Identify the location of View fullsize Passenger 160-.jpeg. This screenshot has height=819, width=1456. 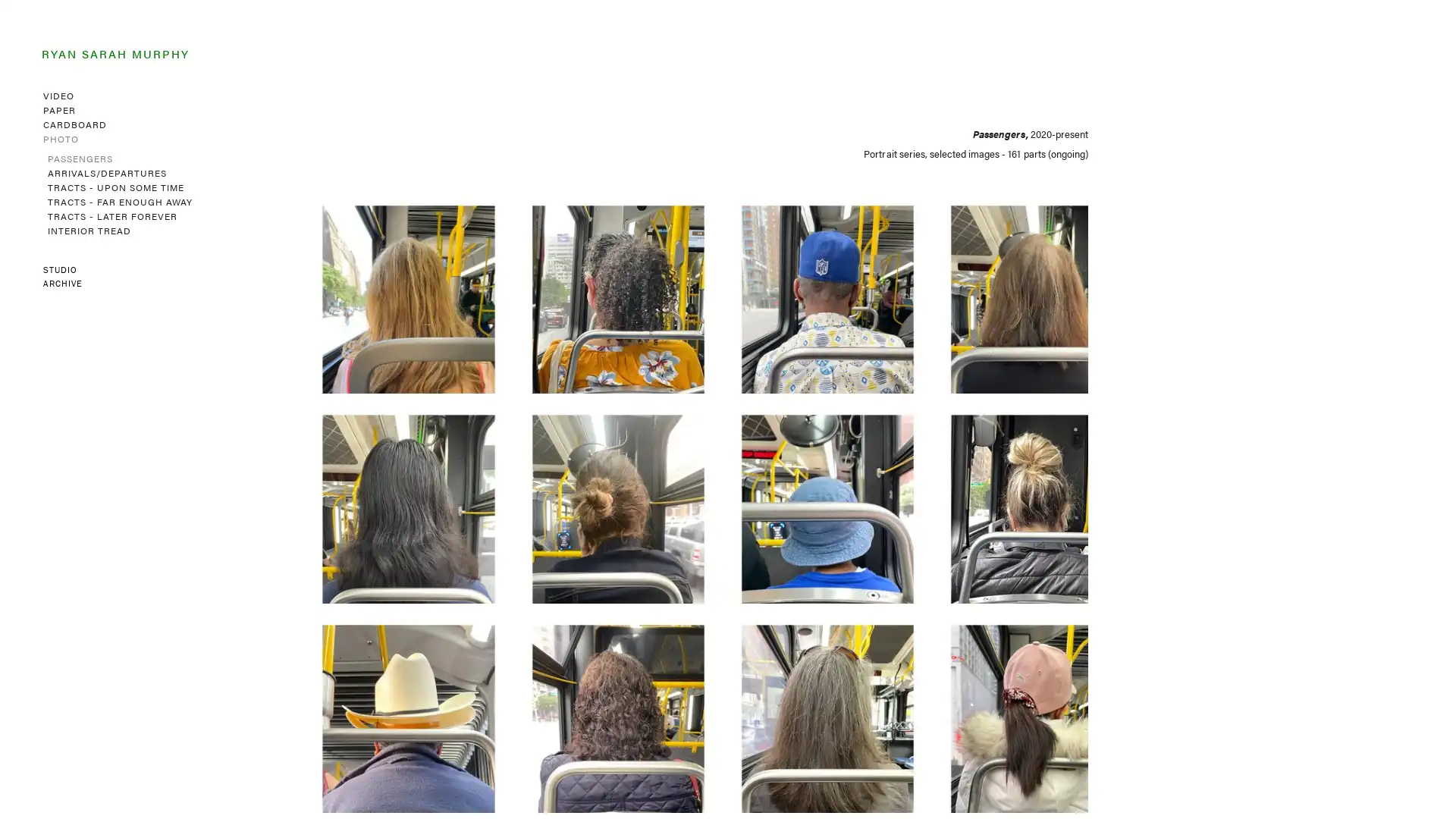
(573, 279).